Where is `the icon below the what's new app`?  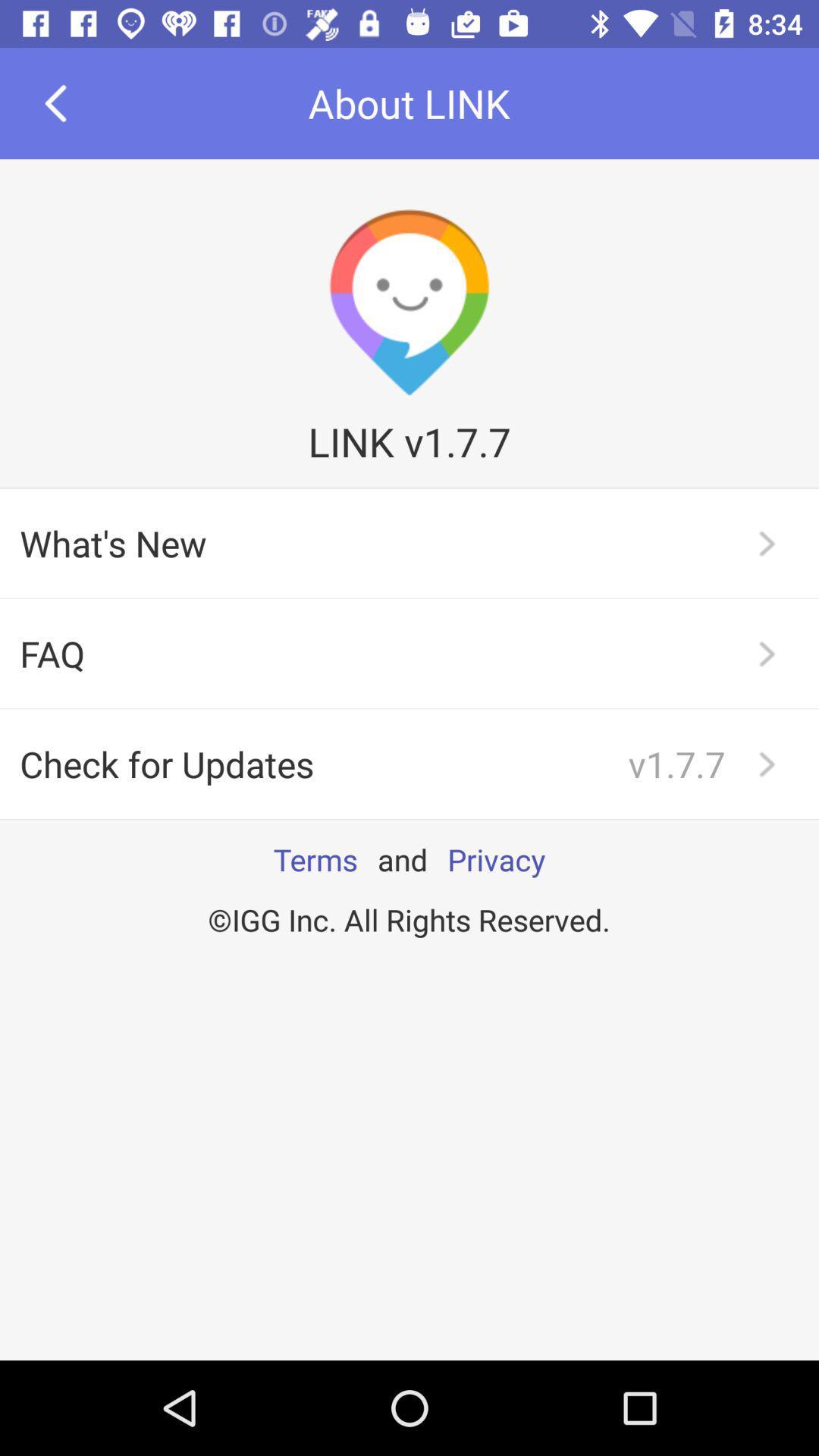 the icon below the what's new app is located at coordinates (409, 654).